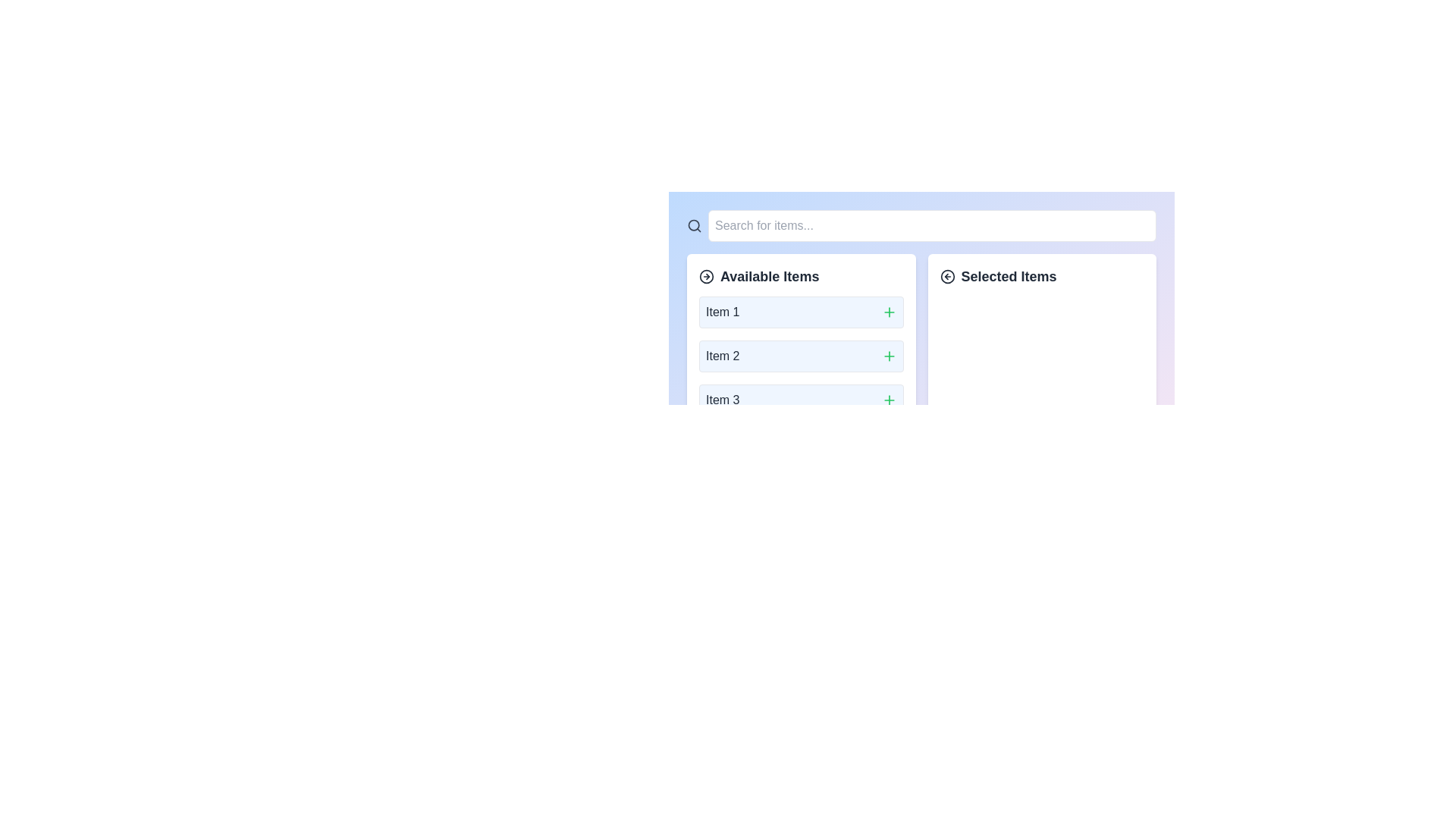 This screenshot has width=1456, height=819. What do you see at coordinates (800, 312) in the screenshot?
I see `the first item in the list of 'Available Items' to provide visual feedback` at bounding box center [800, 312].